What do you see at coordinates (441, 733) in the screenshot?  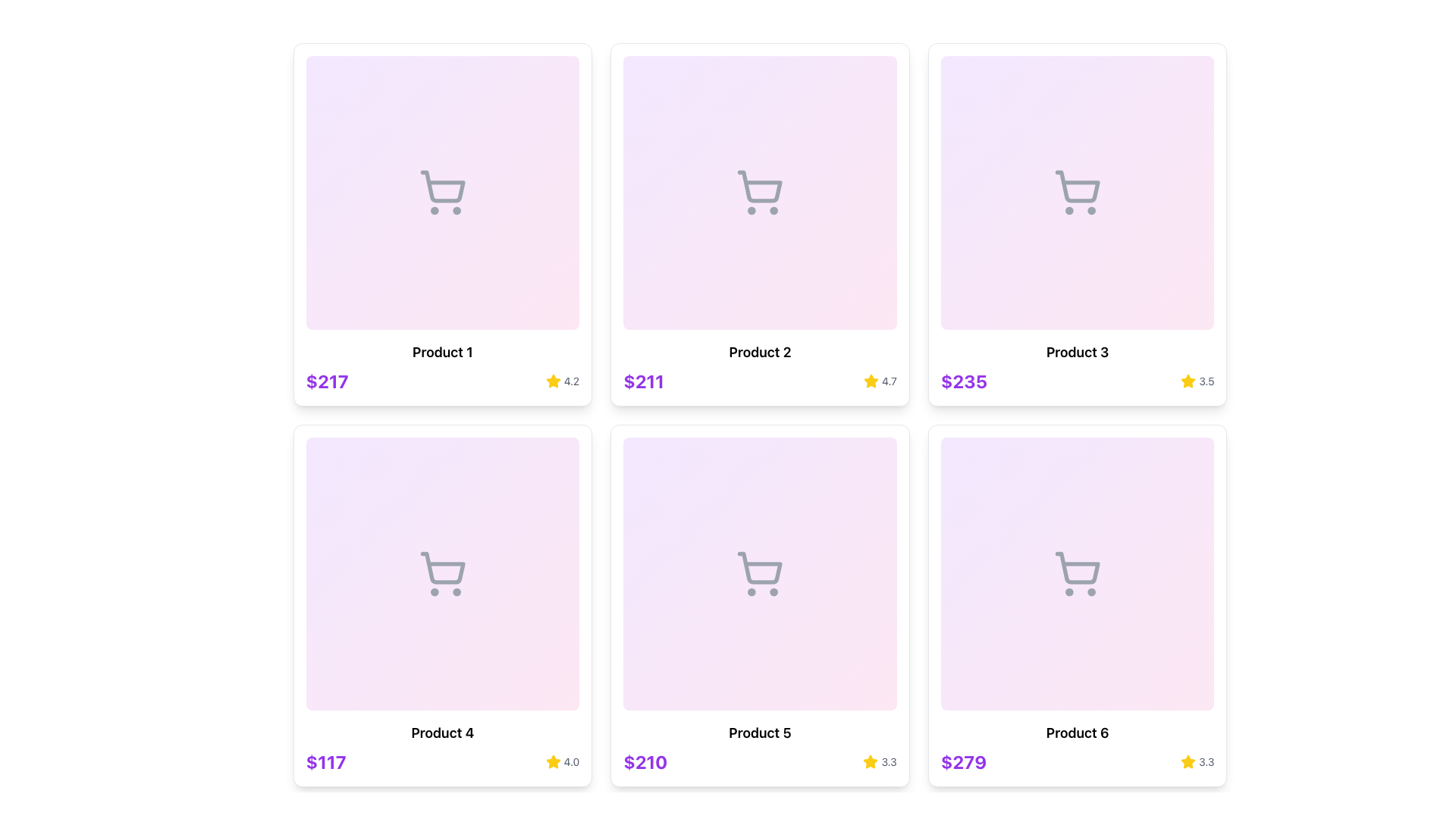 I see `the text label 'Product 4' displayed in bold and large font, which is located in the second row, first column of a product card layout, positioned below the product image and above the price` at bounding box center [441, 733].